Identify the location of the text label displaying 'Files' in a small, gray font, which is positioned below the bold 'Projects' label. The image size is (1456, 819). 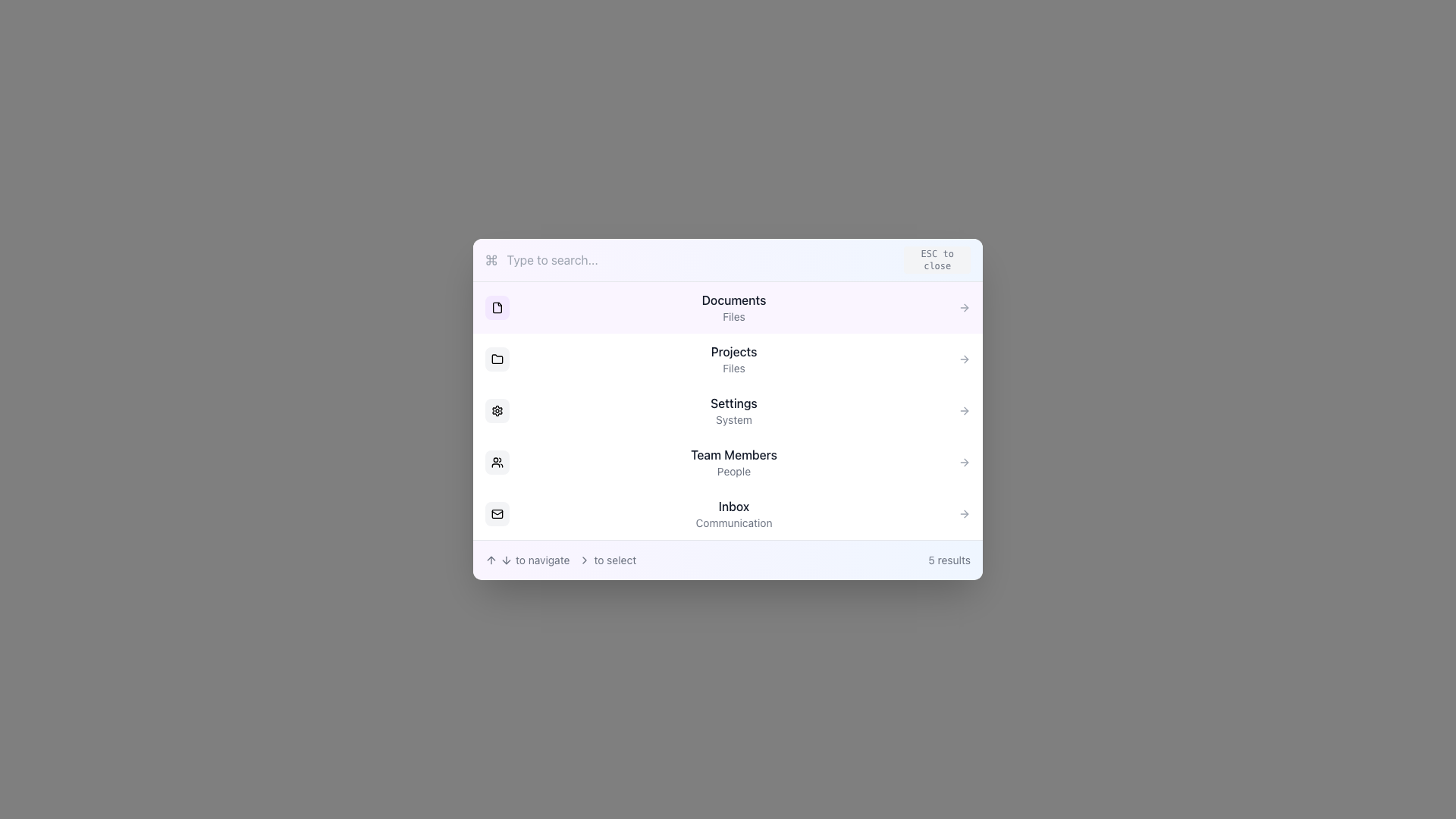
(734, 369).